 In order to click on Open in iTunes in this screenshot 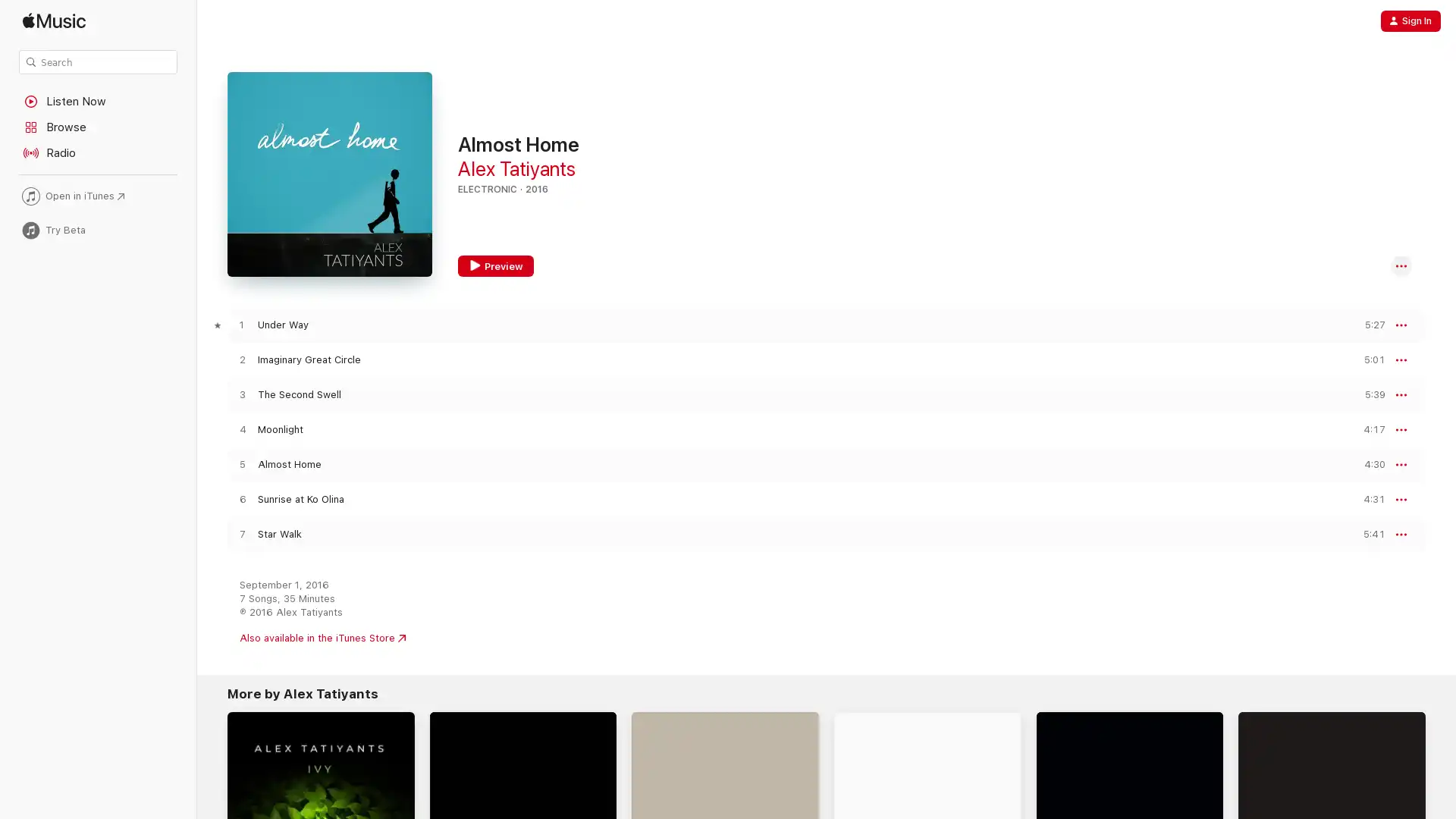, I will do `click(97, 195)`.